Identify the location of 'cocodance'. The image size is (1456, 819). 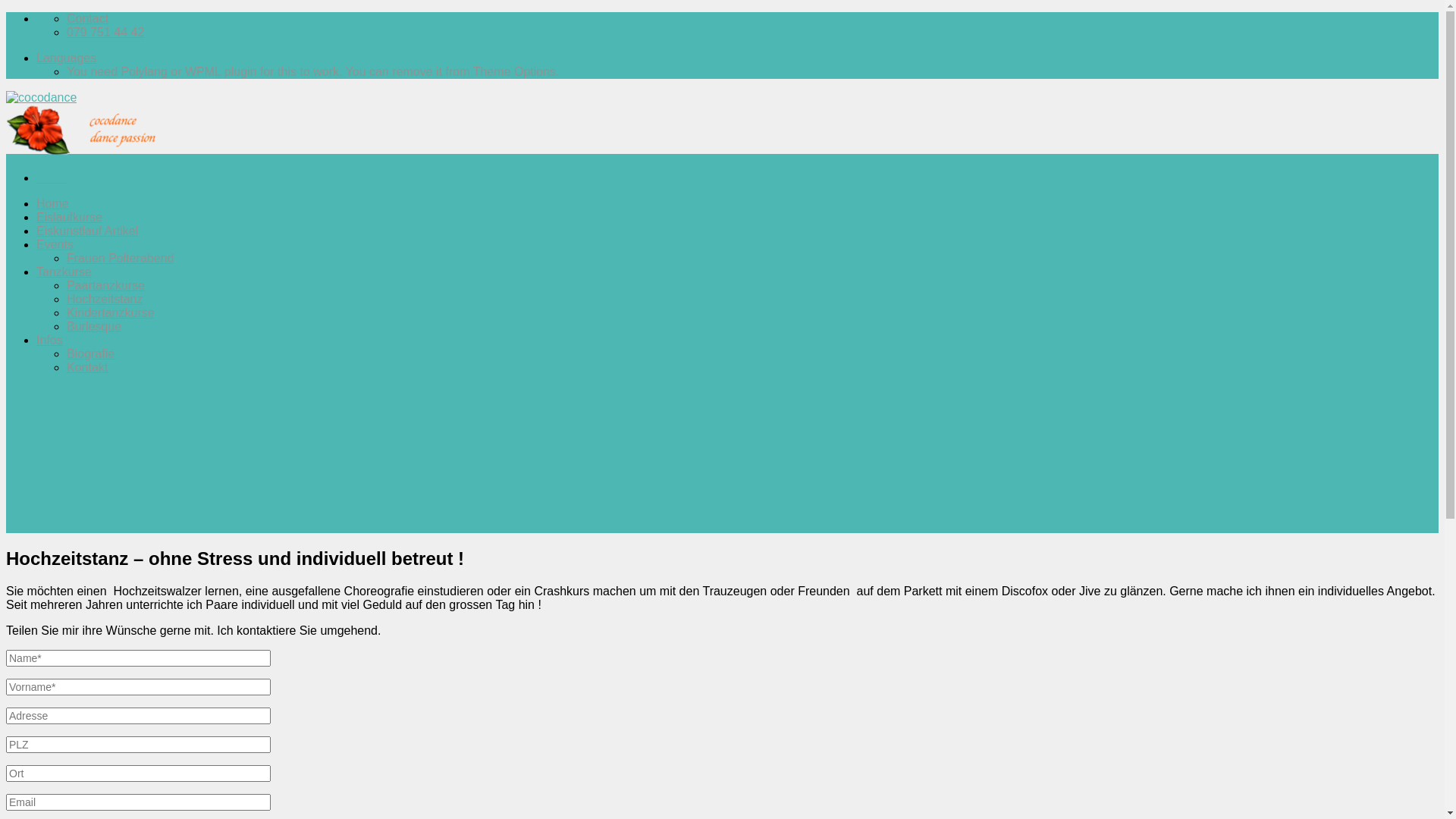
(81, 124).